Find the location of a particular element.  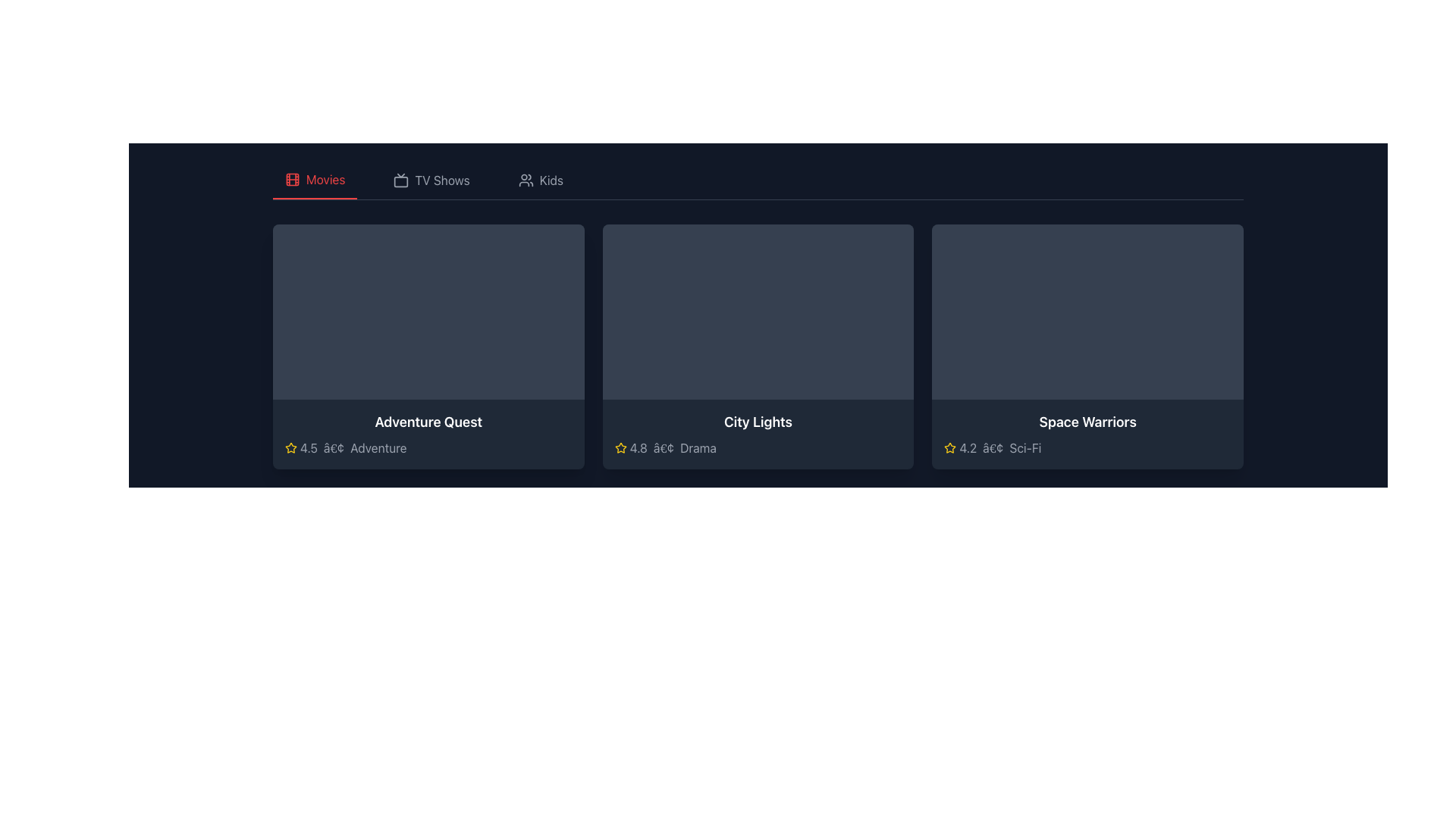

the representation of the star icon located in the bottom-left area of the first movie card, preceding the text '4.5' is located at coordinates (620, 447).